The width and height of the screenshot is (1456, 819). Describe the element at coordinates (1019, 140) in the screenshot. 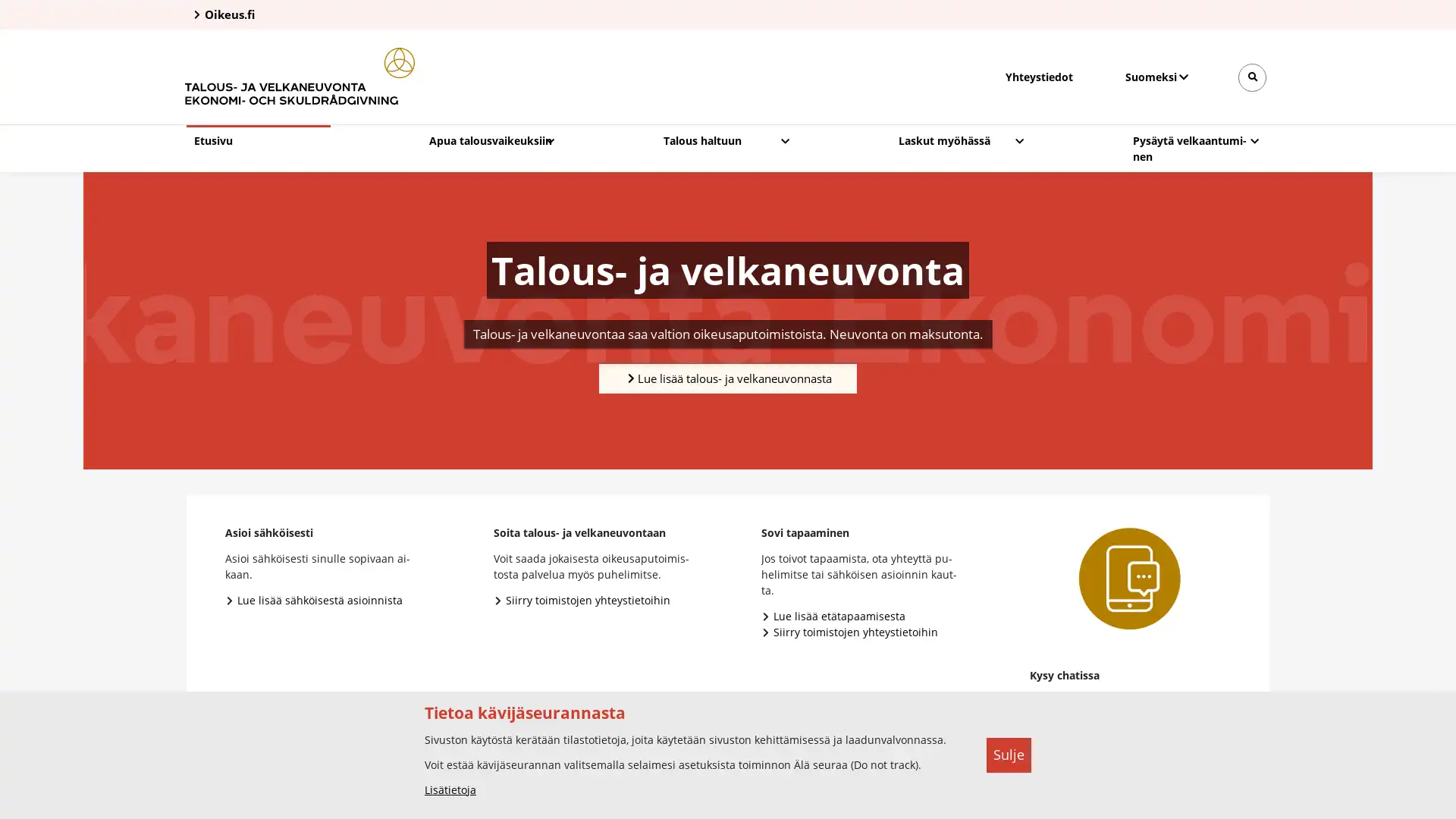

I see `Avaa pudotusvalikko` at that location.